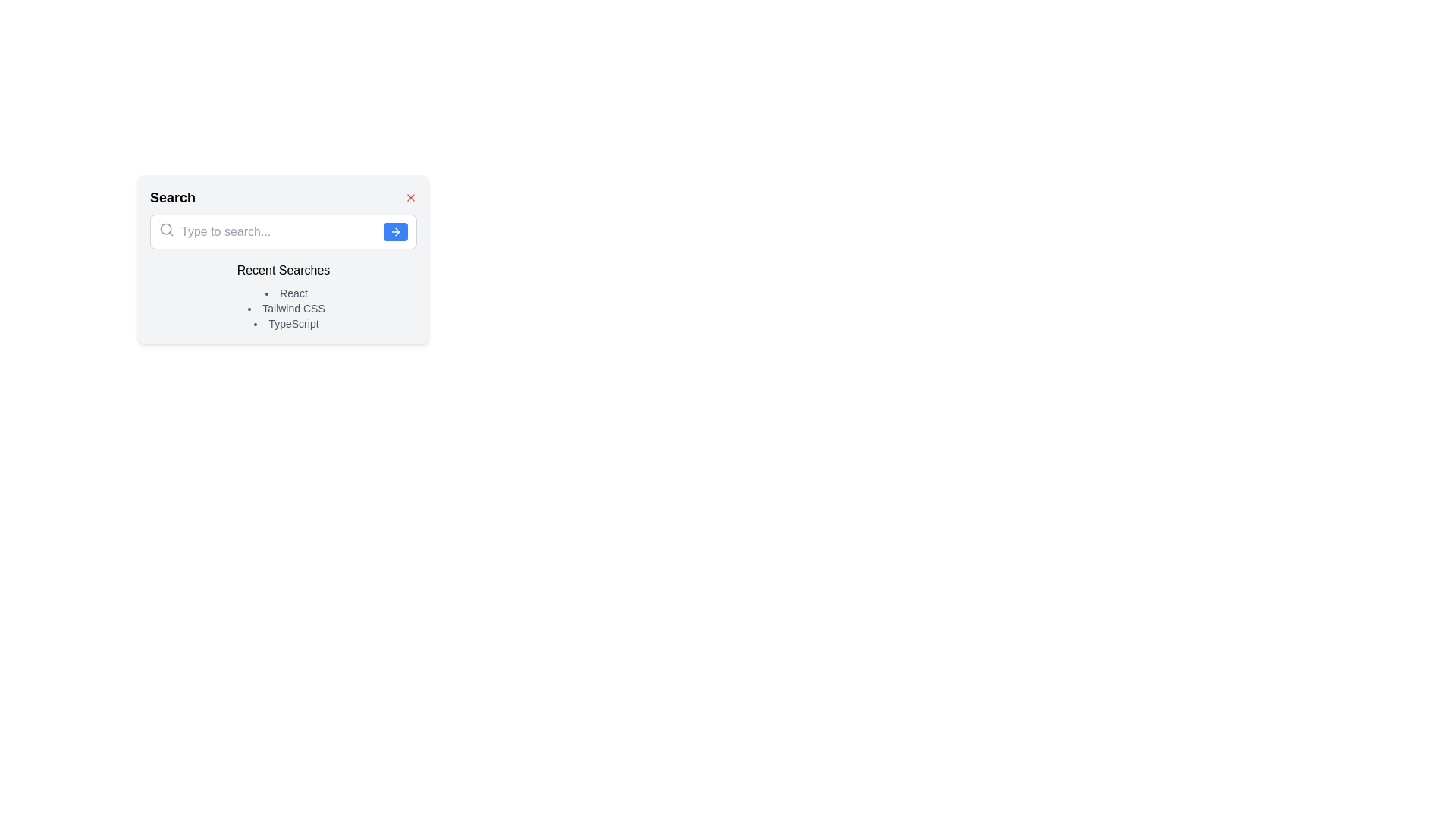  Describe the element at coordinates (287, 323) in the screenshot. I see `the 'TypeScript' text label, which is the last item in the 'Recent Searches' list, displaying recent search activities` at that location.